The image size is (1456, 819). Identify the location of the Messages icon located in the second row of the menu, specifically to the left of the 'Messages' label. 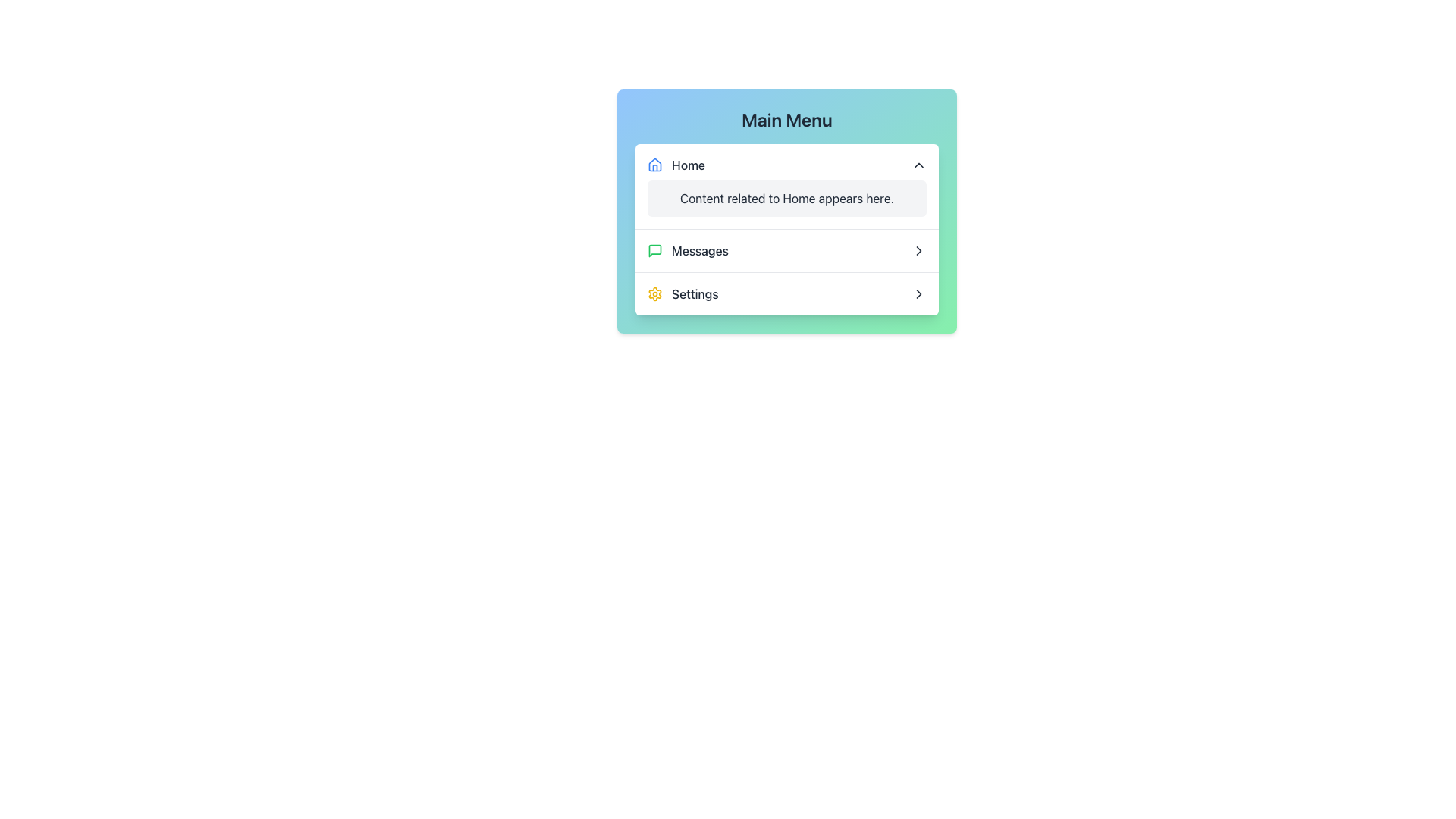
(655, 250).